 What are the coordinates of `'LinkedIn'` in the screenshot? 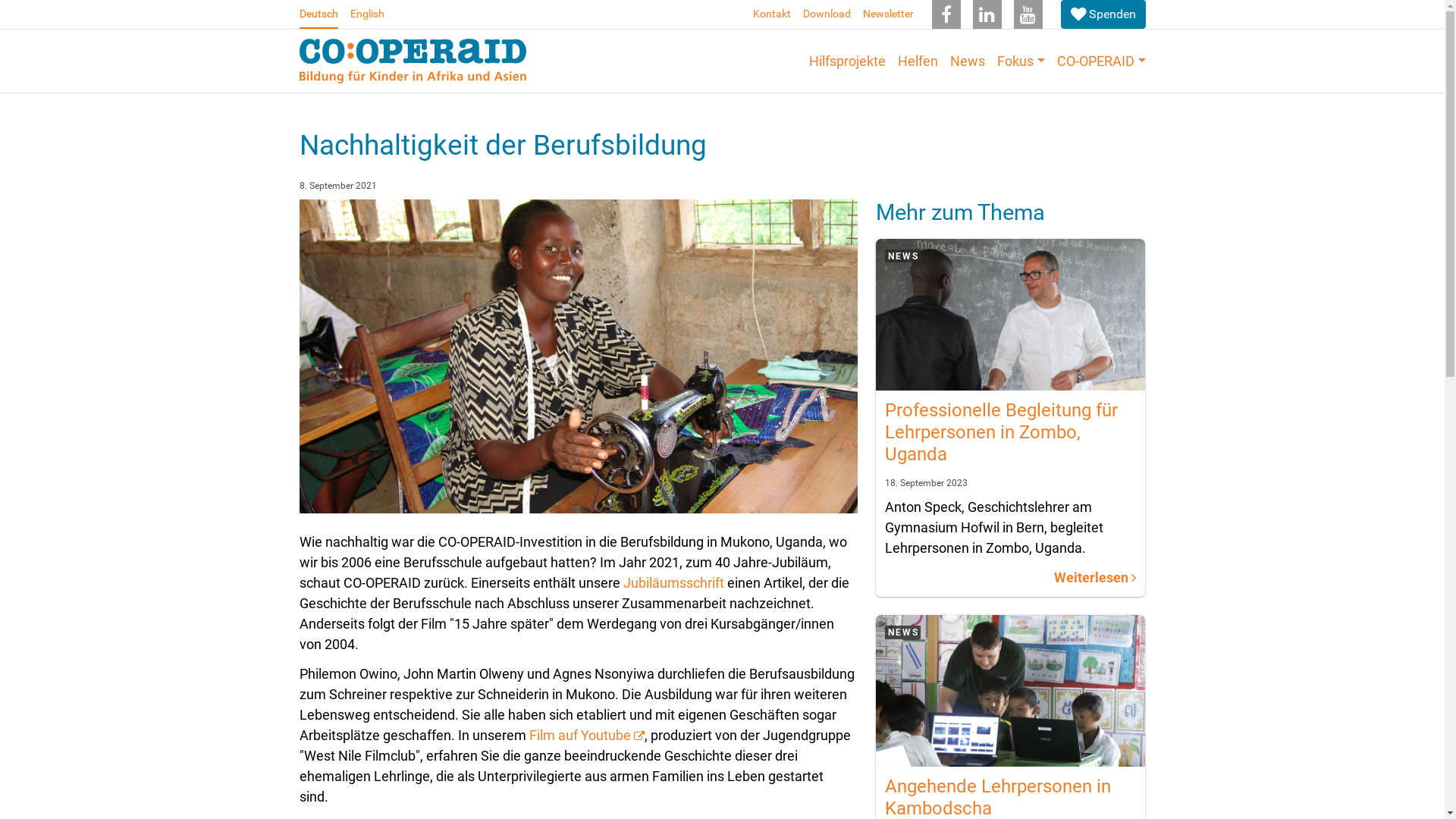 It's located at (986, 14).